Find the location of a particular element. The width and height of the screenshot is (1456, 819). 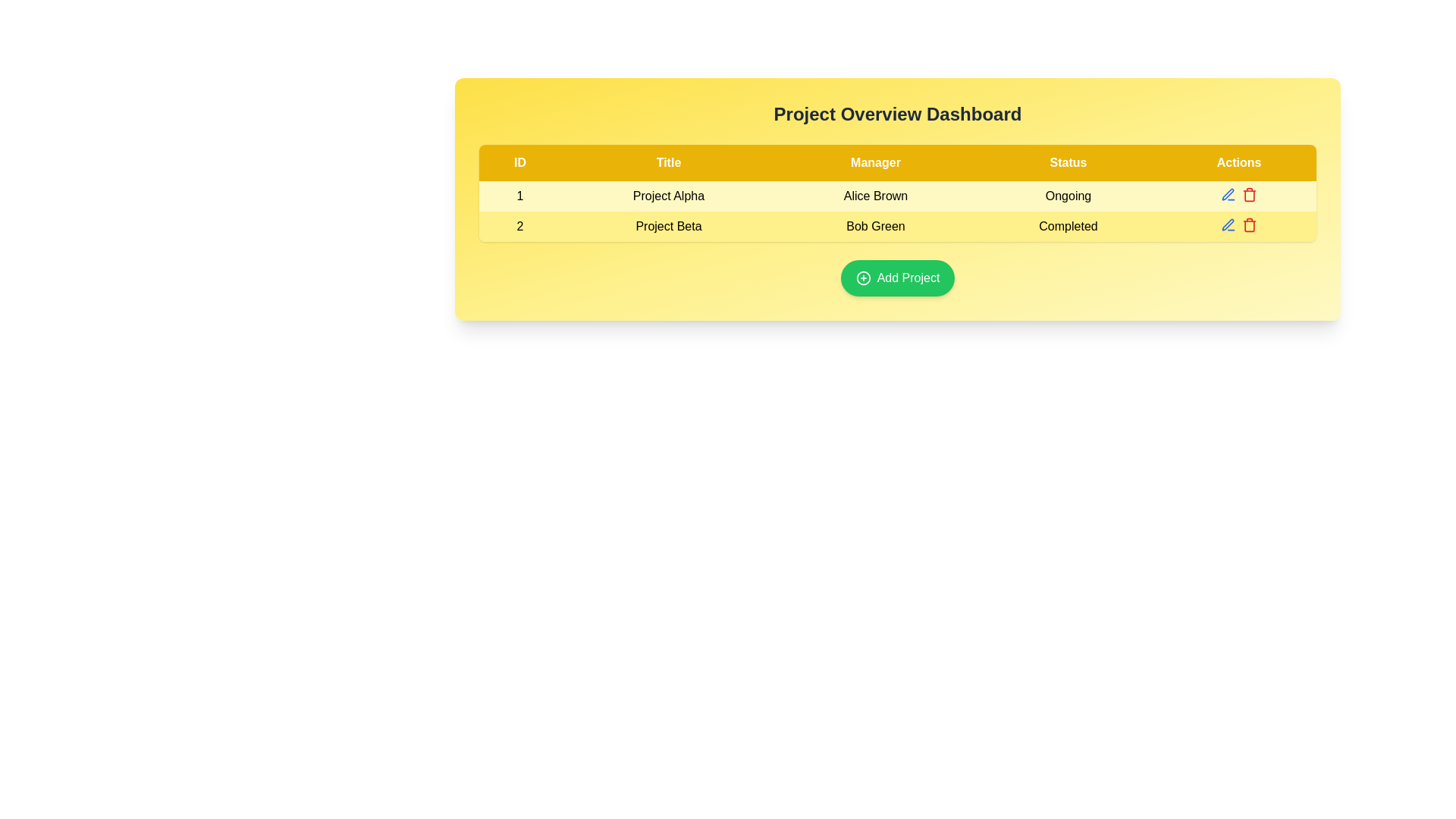

the first table row with a yellow background that contains four text columns and two action icons is located at coordinates (898, 195).